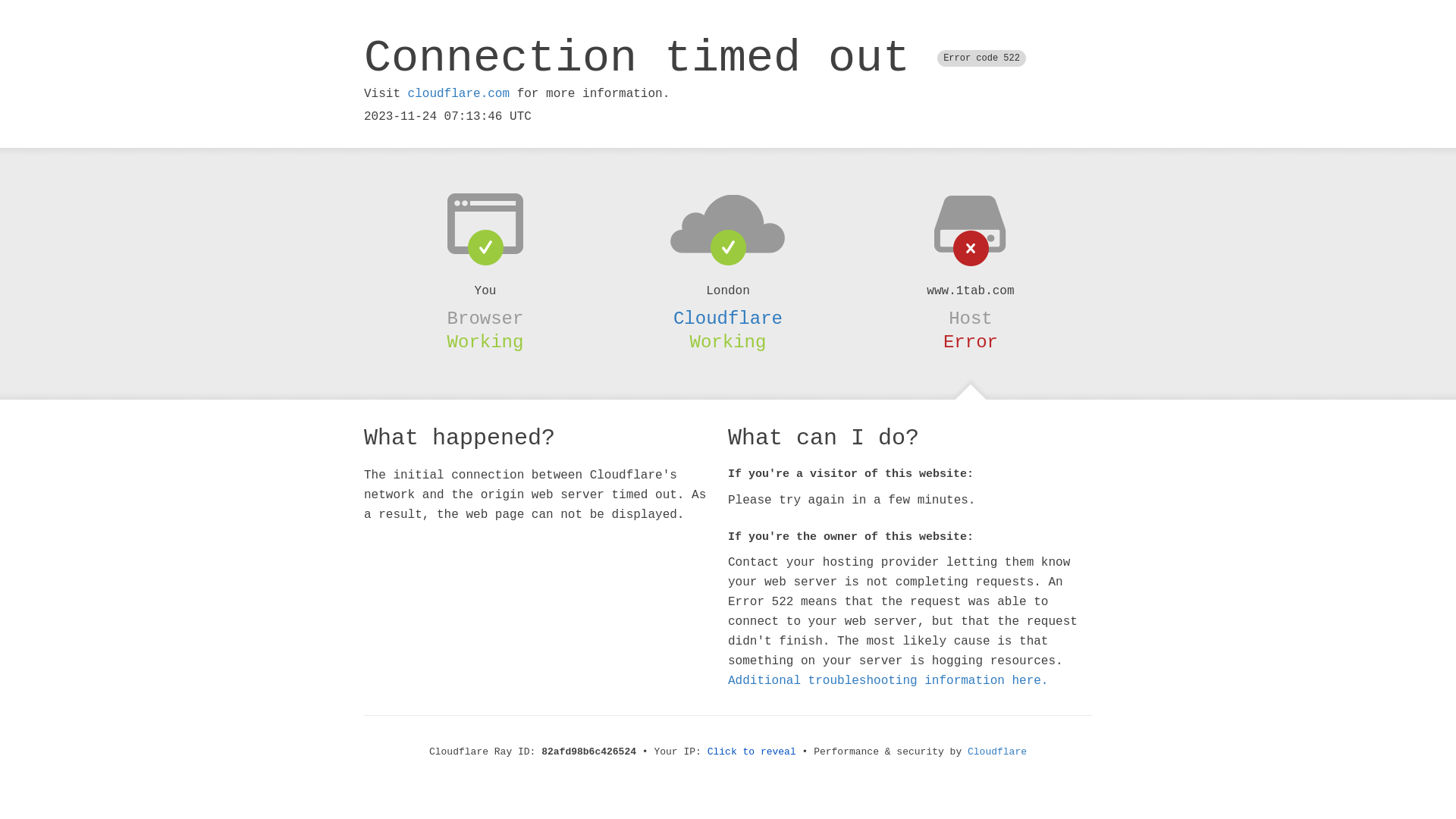 The height and width of the screenshot is (819, 1456). I want to click on 'Cloudflare', so click(997, 752).